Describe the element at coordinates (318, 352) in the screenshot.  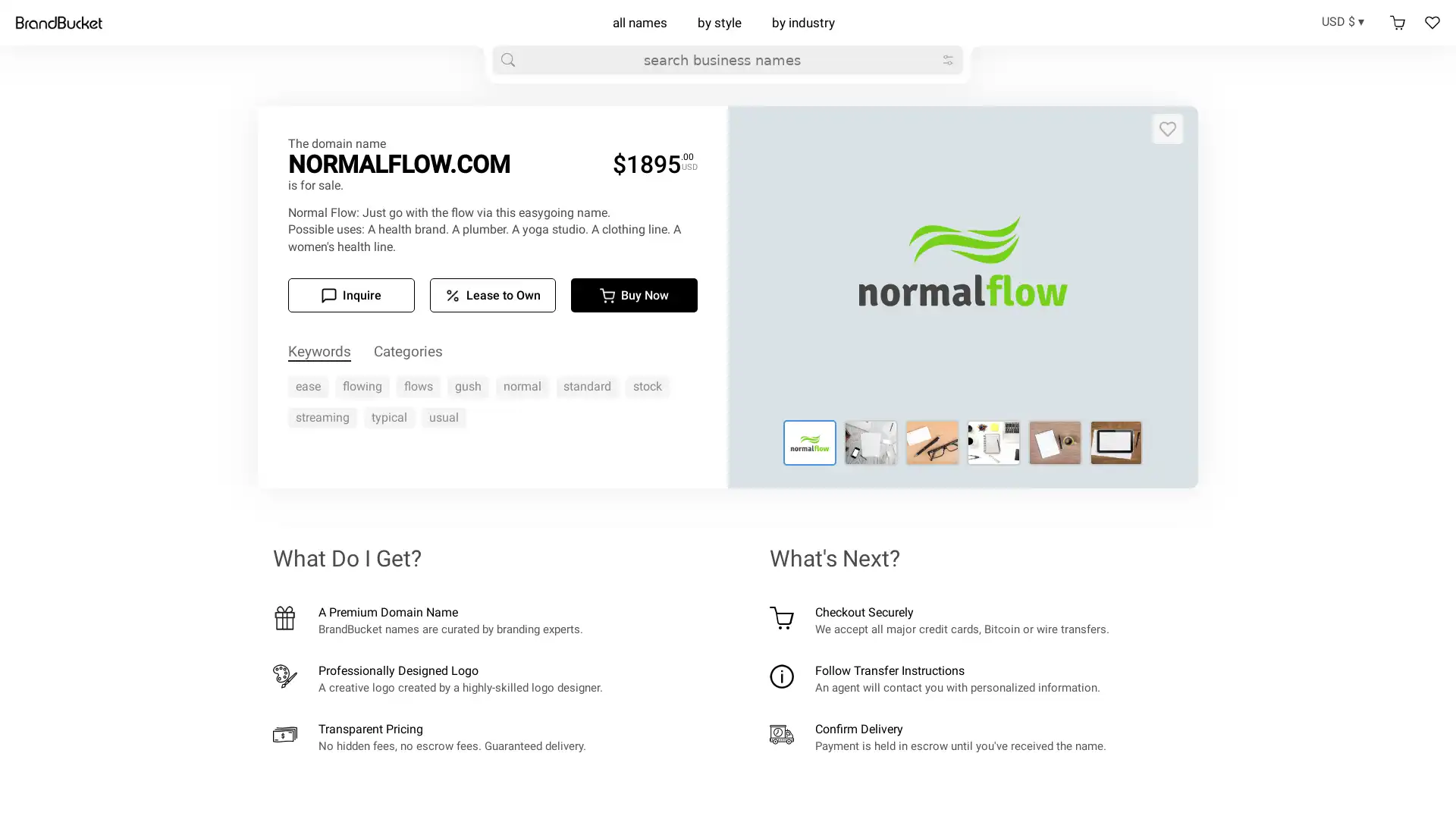
I see `Keywords` at that location.